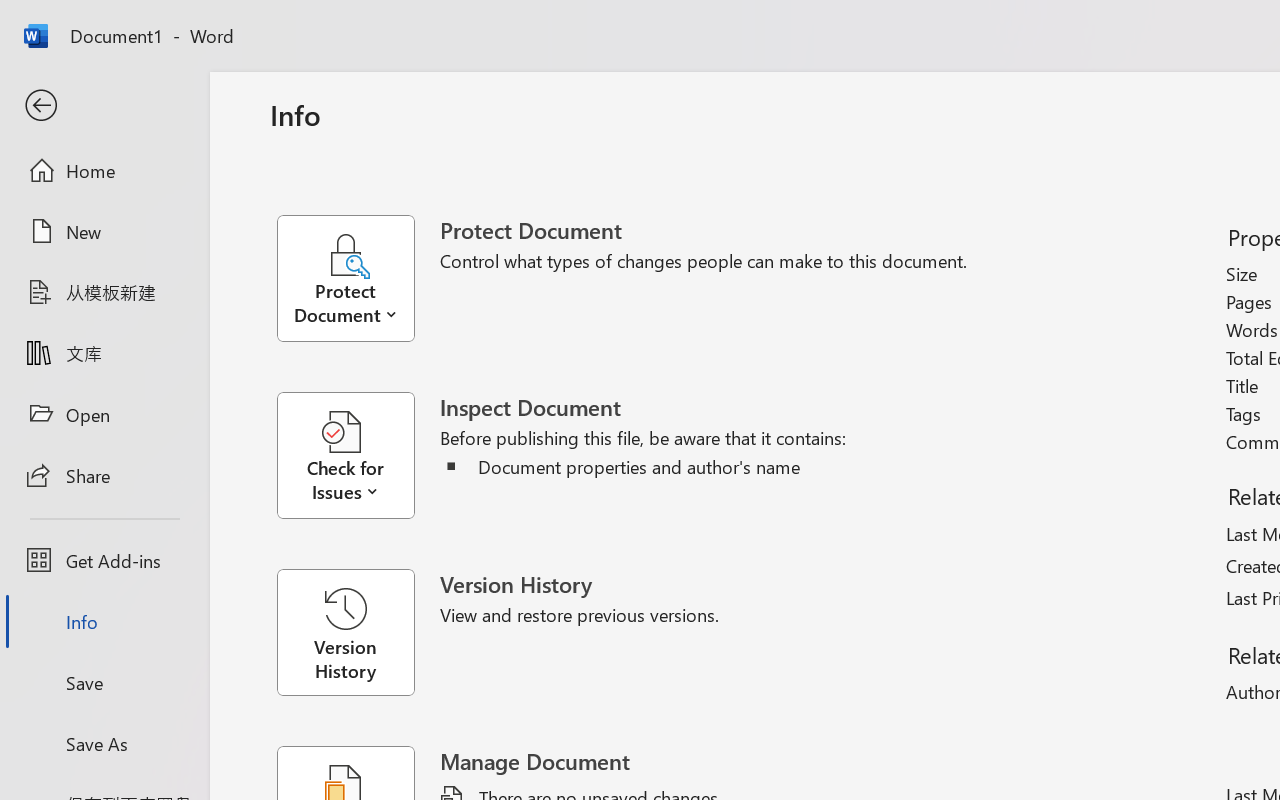  What do you see at coordinates (358, 278) in the screenshot?
I see `'Protect Document'` at bounding box center [358, 278].